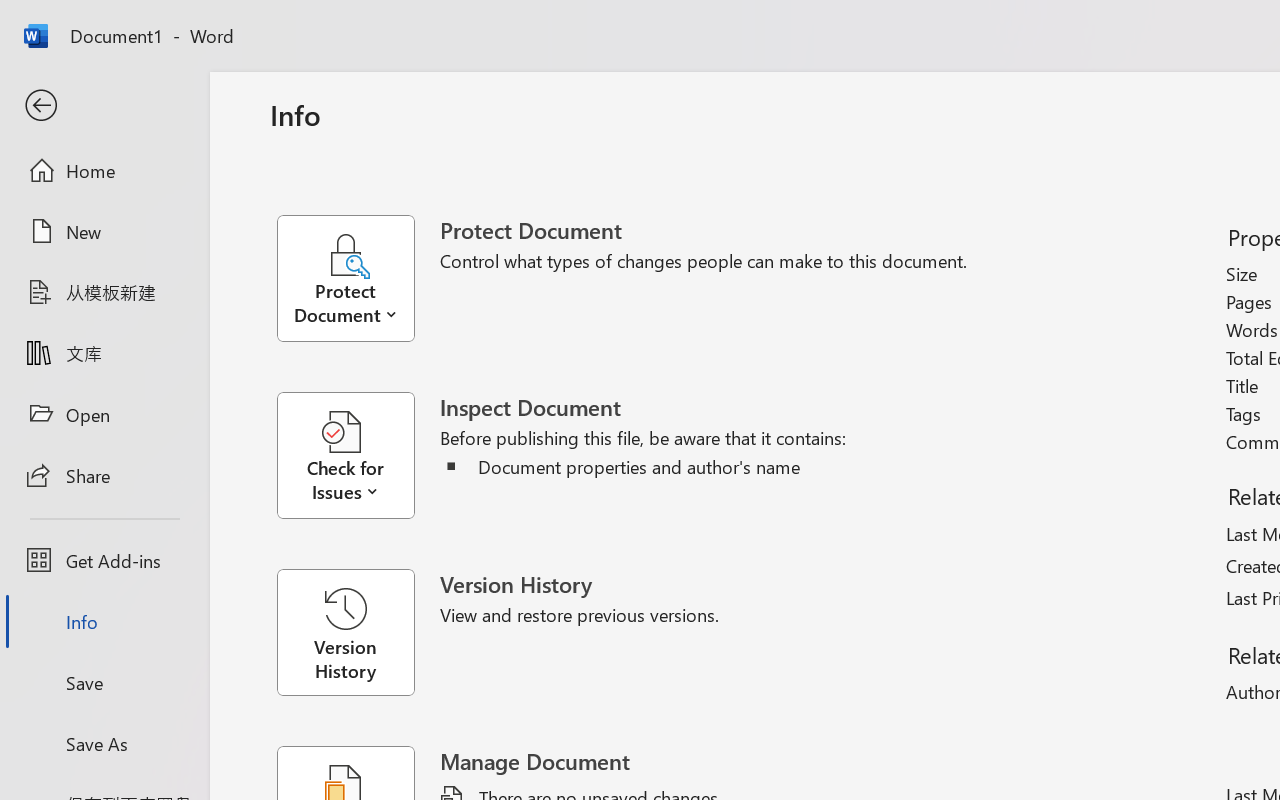  What do you see at coordinates (358, 278) in the screenshot?
I see `'Protect Document'` at bounding box center [358, 278].